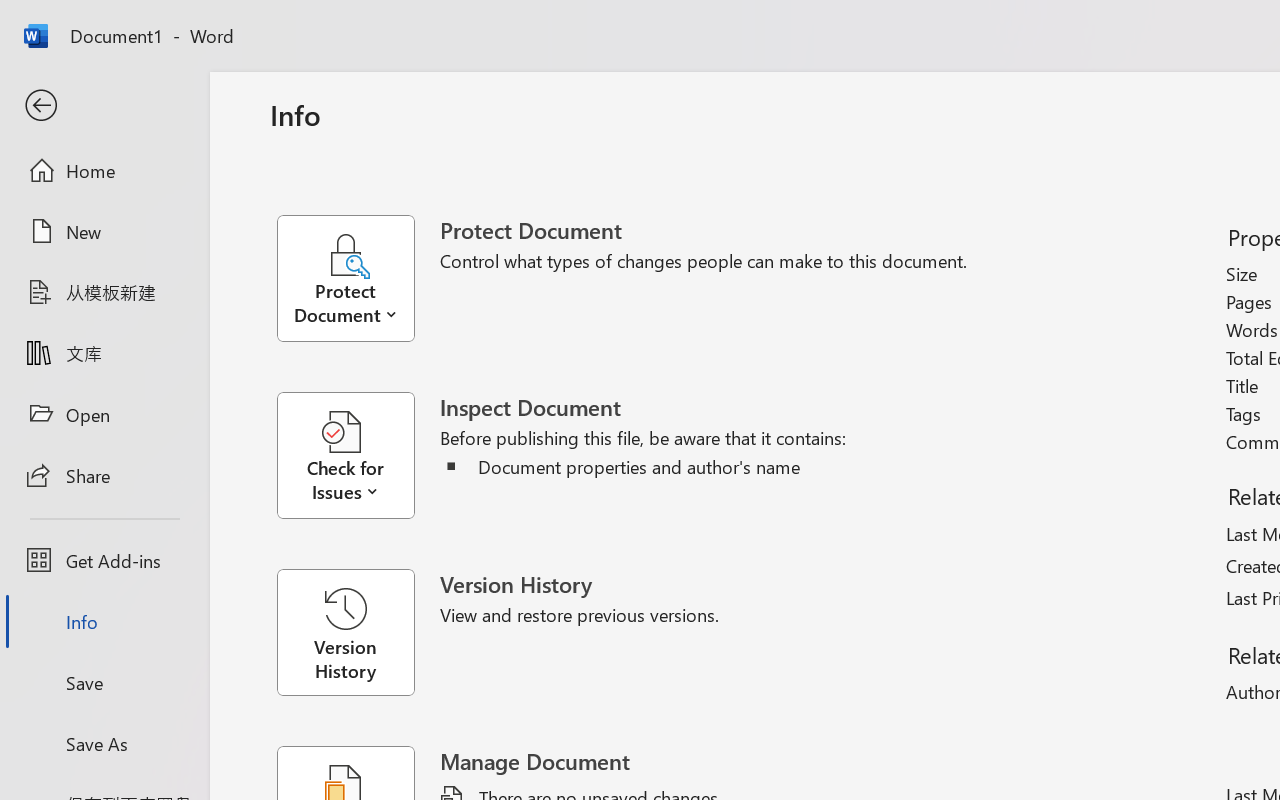  What do you see at coordinates (358, 278) in the screenshot?
I see `'Protect Document'` at bounding box center [358, 278].